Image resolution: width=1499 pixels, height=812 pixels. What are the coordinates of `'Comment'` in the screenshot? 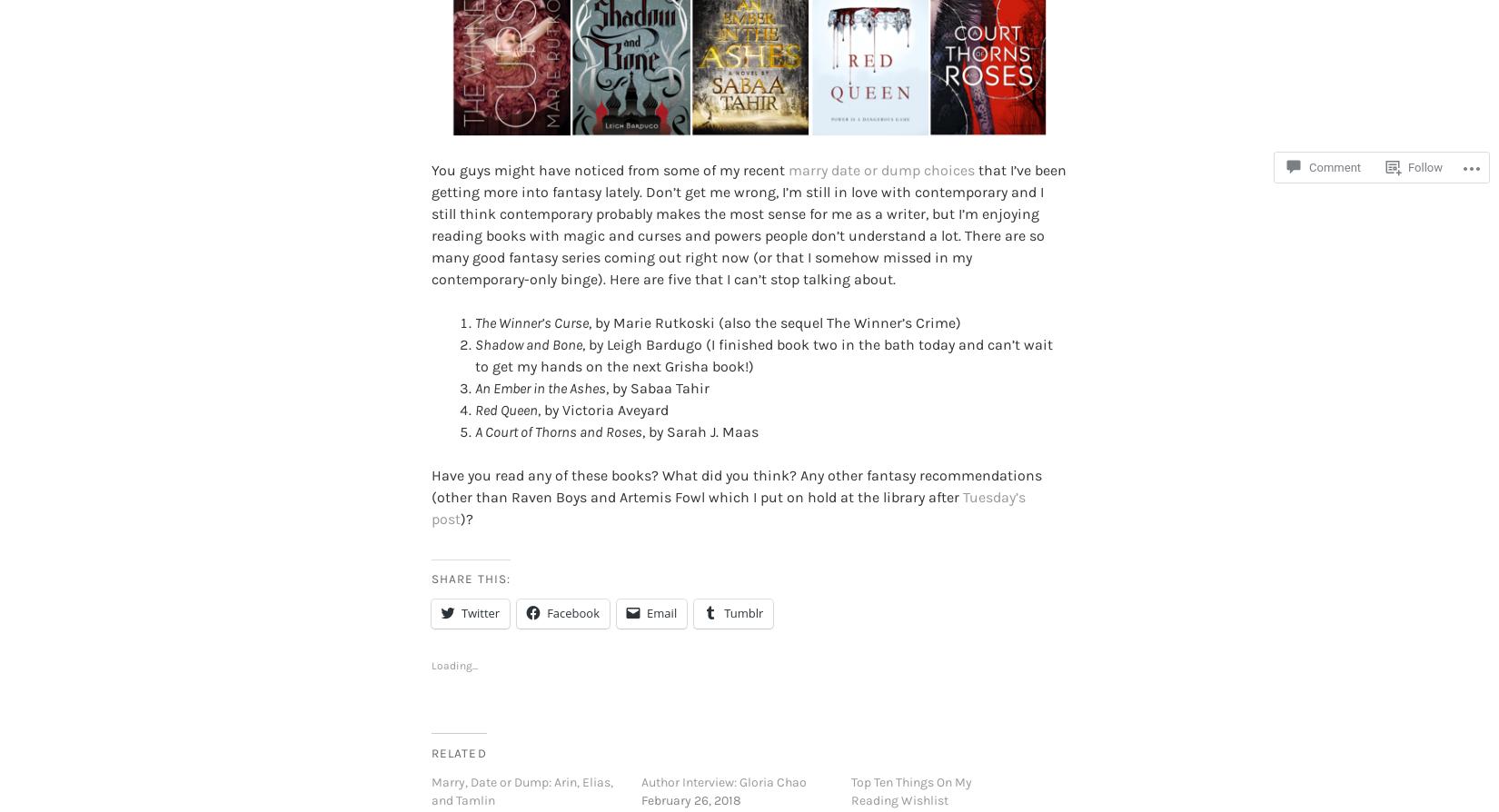 It's located at (1334, 167).